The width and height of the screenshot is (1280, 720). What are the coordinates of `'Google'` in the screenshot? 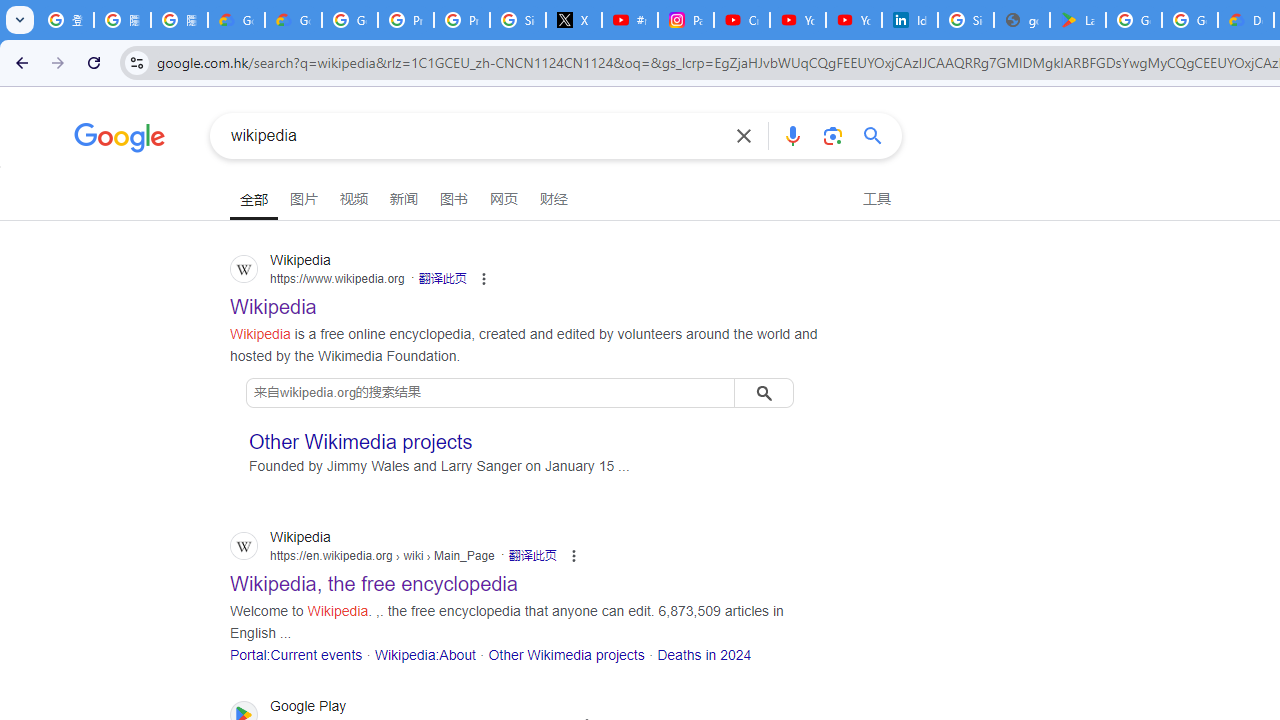 It's located at (119, 138).